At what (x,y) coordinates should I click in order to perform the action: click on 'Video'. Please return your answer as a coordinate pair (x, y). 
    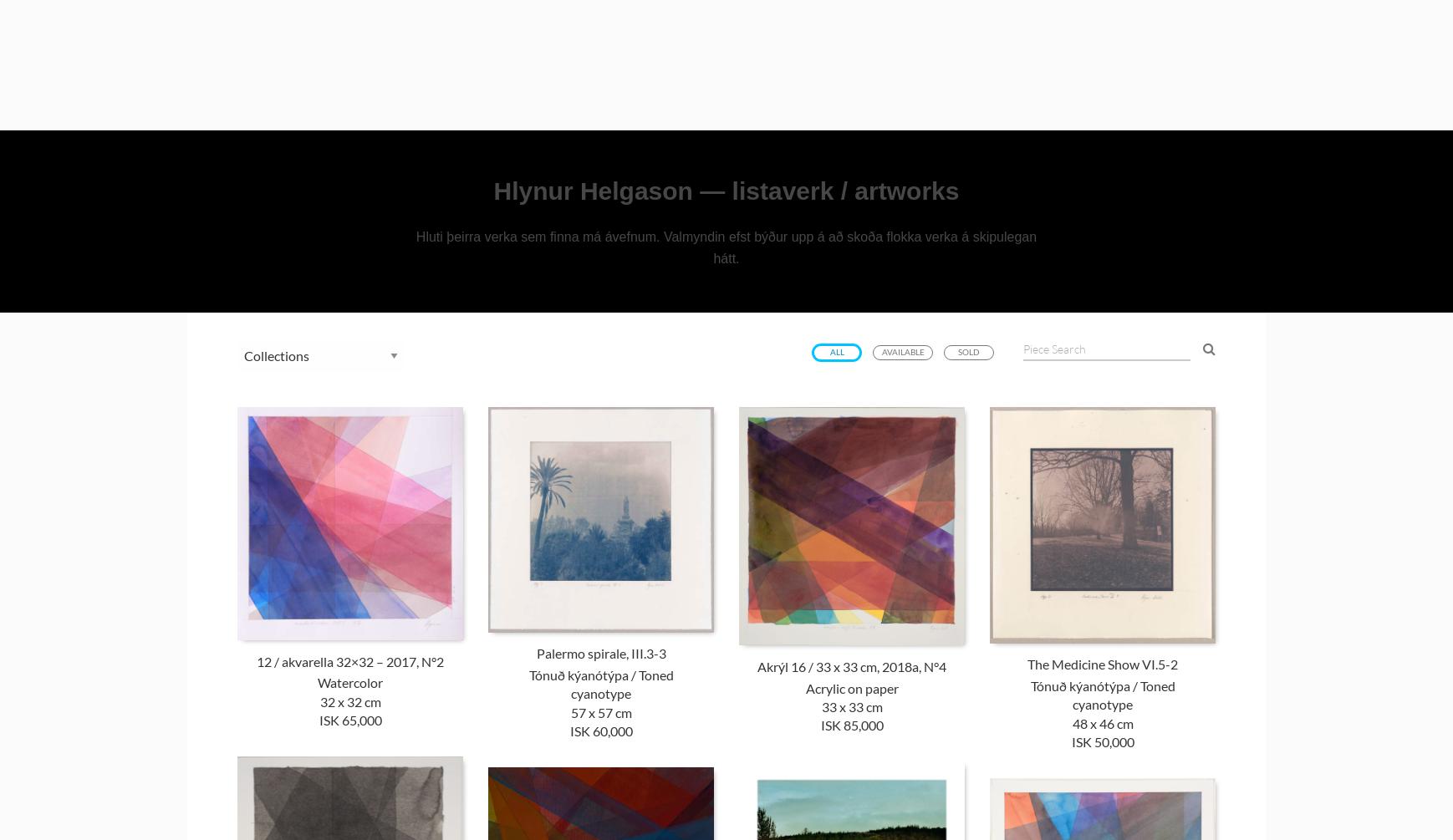
    Looking at the image, I should click on (1012, 86).